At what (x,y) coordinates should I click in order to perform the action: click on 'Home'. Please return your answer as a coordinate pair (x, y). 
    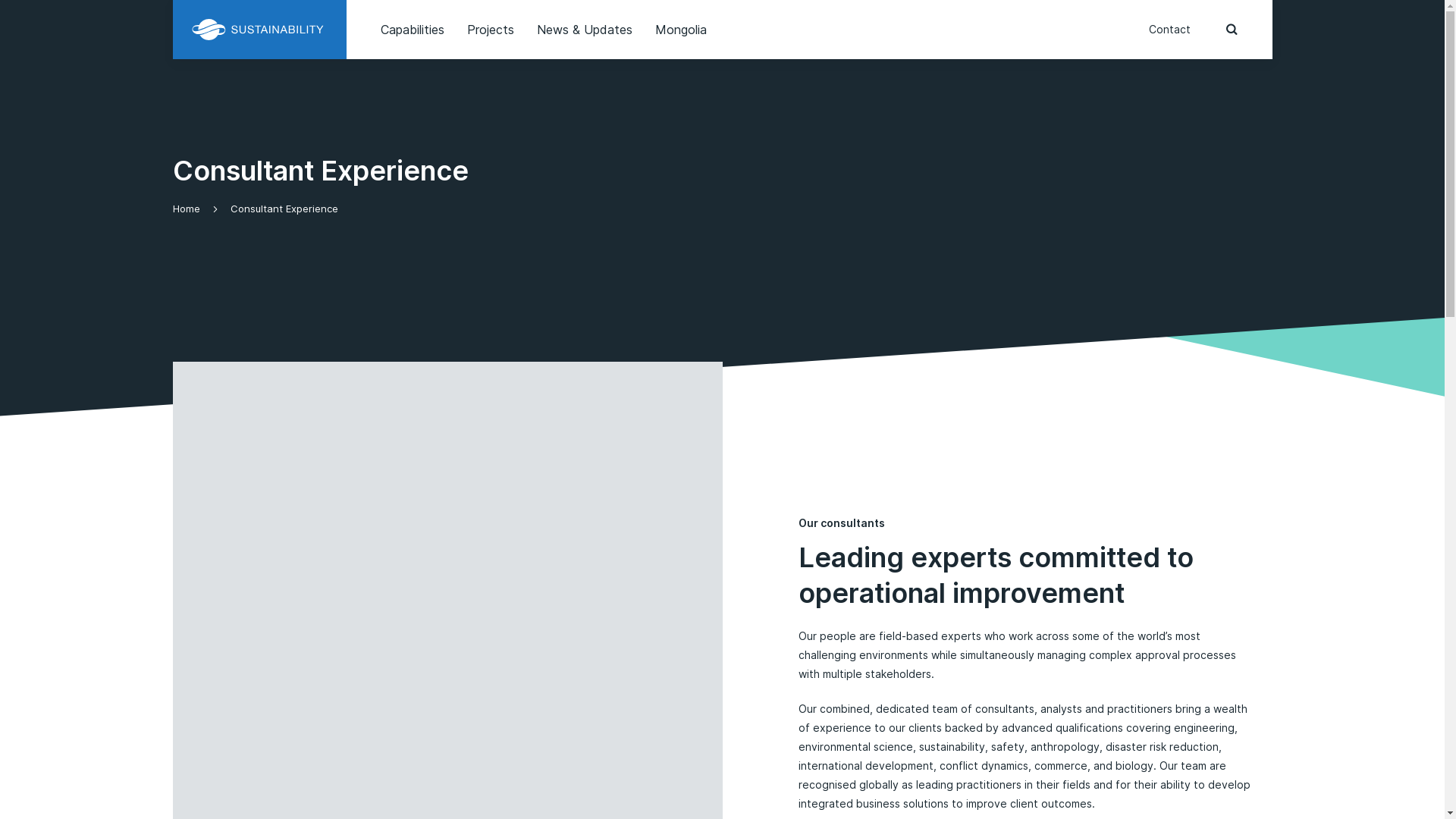
    Looking at the image, I should click on (185, 209).